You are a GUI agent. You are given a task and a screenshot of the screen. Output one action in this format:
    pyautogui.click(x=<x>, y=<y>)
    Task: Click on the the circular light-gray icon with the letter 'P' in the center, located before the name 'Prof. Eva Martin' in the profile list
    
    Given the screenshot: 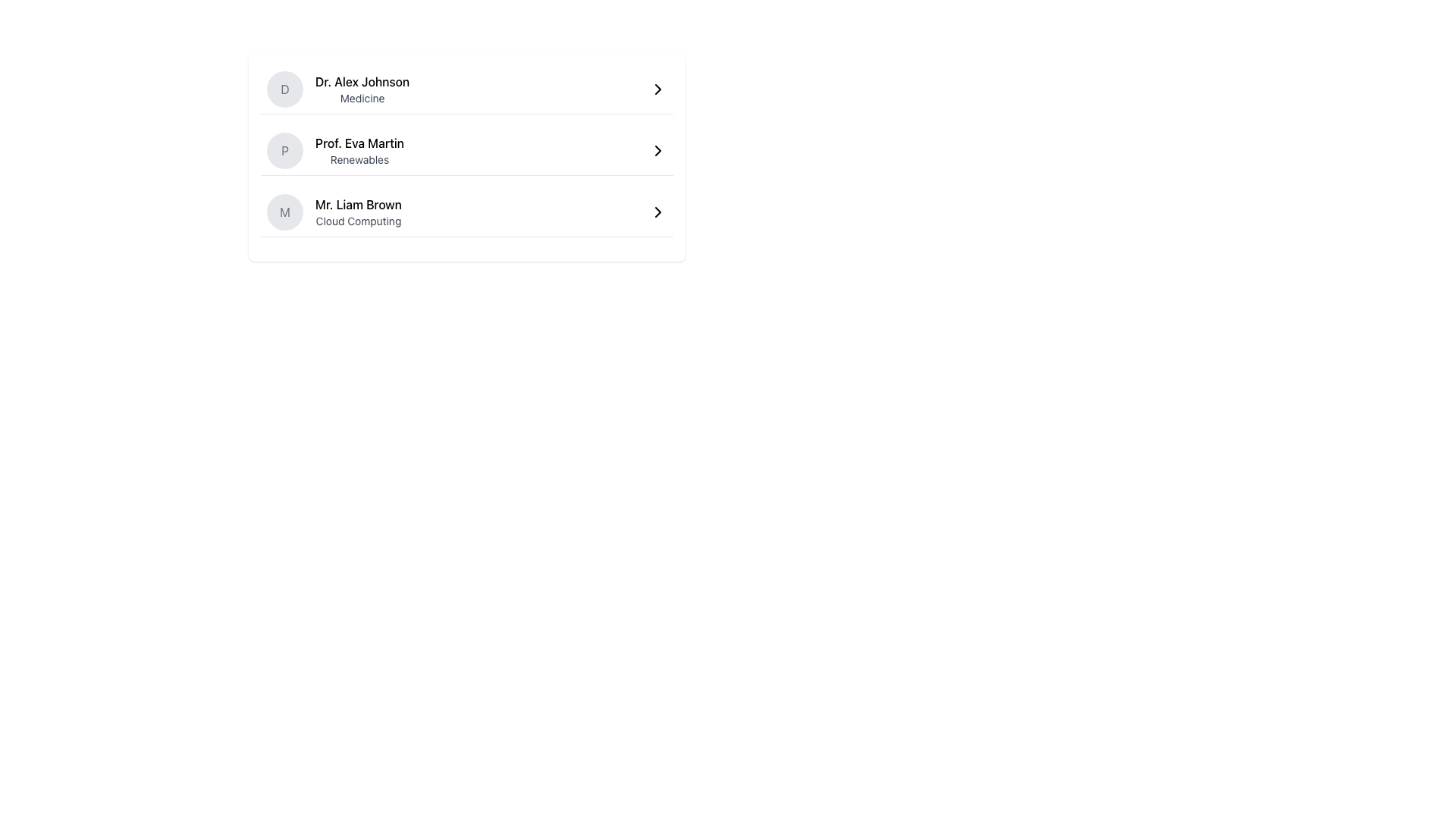 What is the action you would take?
    pyautogui.click(x=284, y=151)
    